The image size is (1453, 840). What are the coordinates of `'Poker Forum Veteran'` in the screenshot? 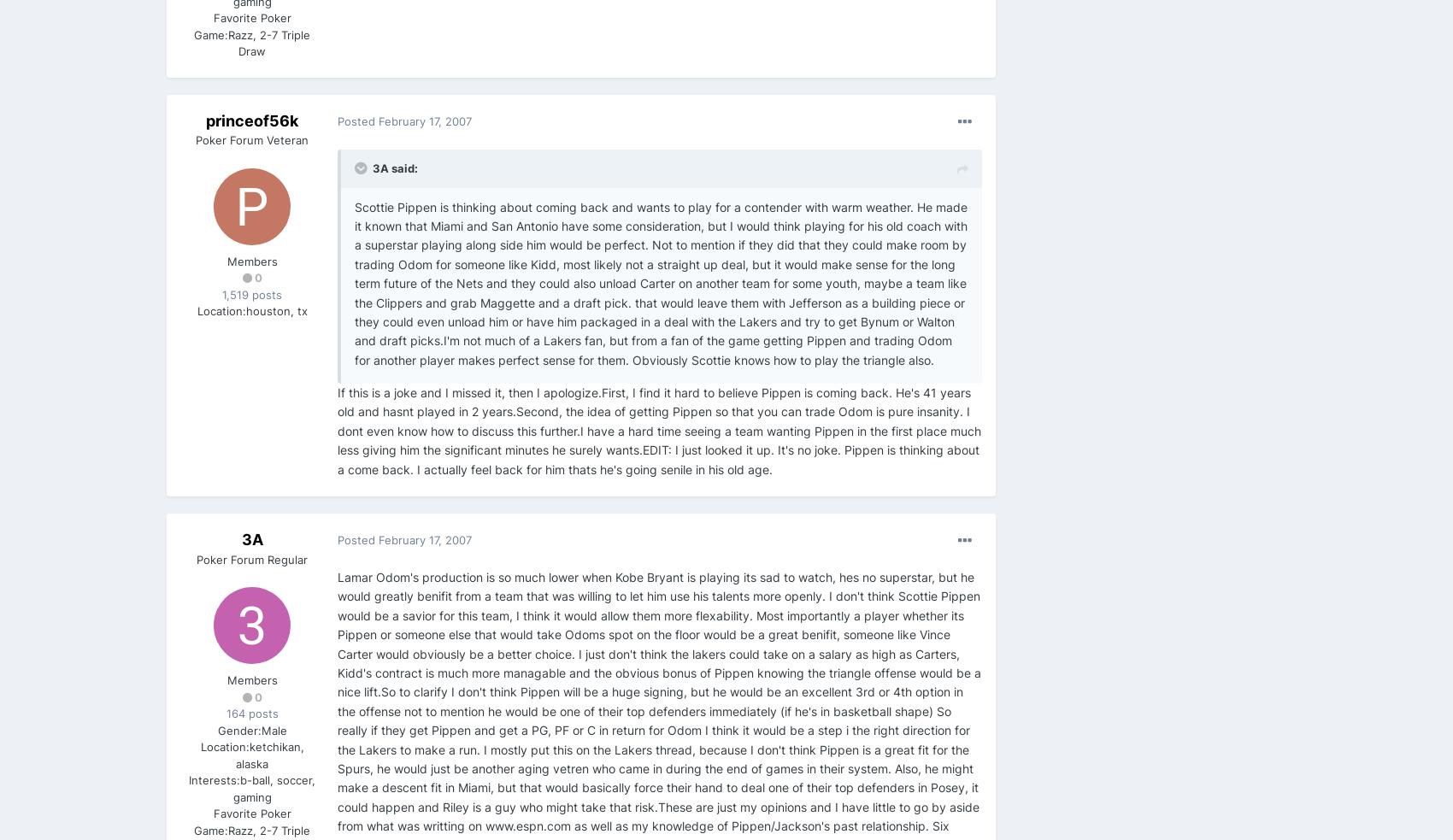 It's located at (251, 138).